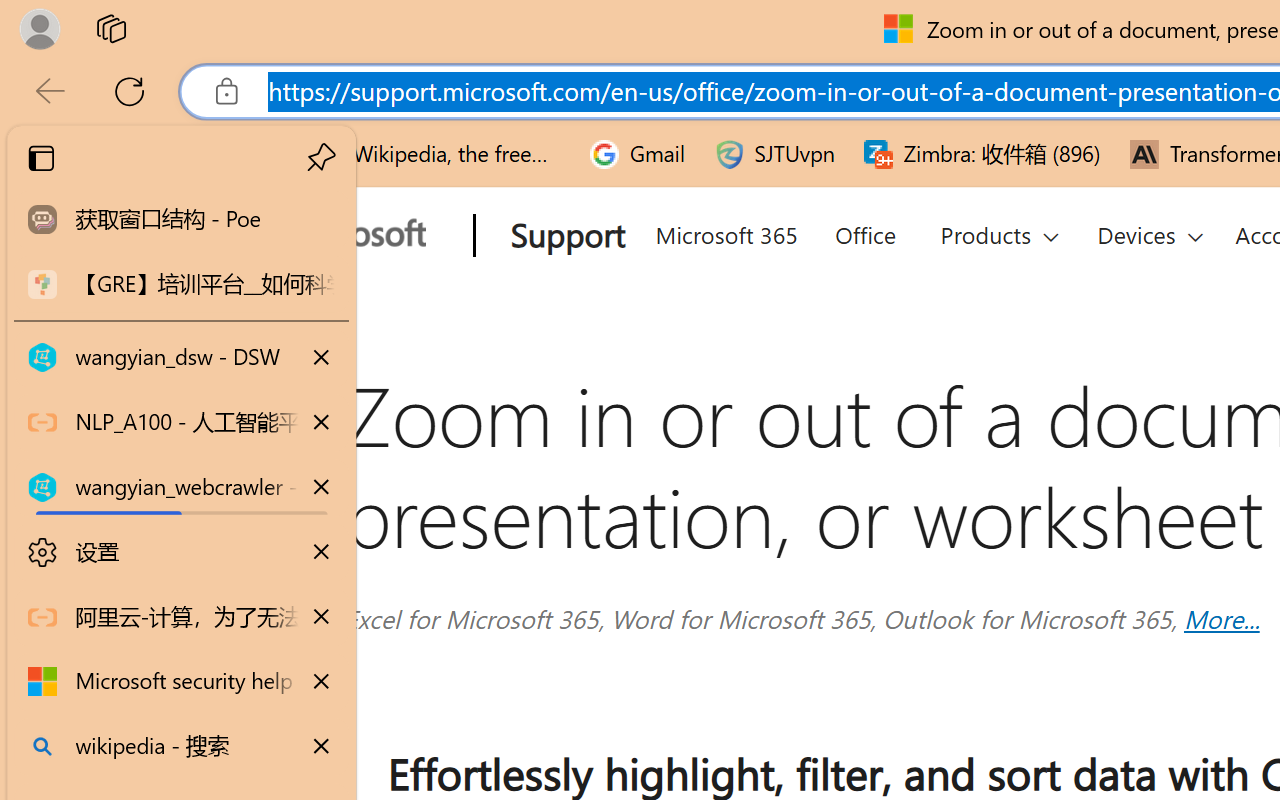 This screenshot has width=1280, height=800. Describe the element at coordinates (181, 358) in the screenshot. I see `'wangyian_dsw - DSW'` at that location.